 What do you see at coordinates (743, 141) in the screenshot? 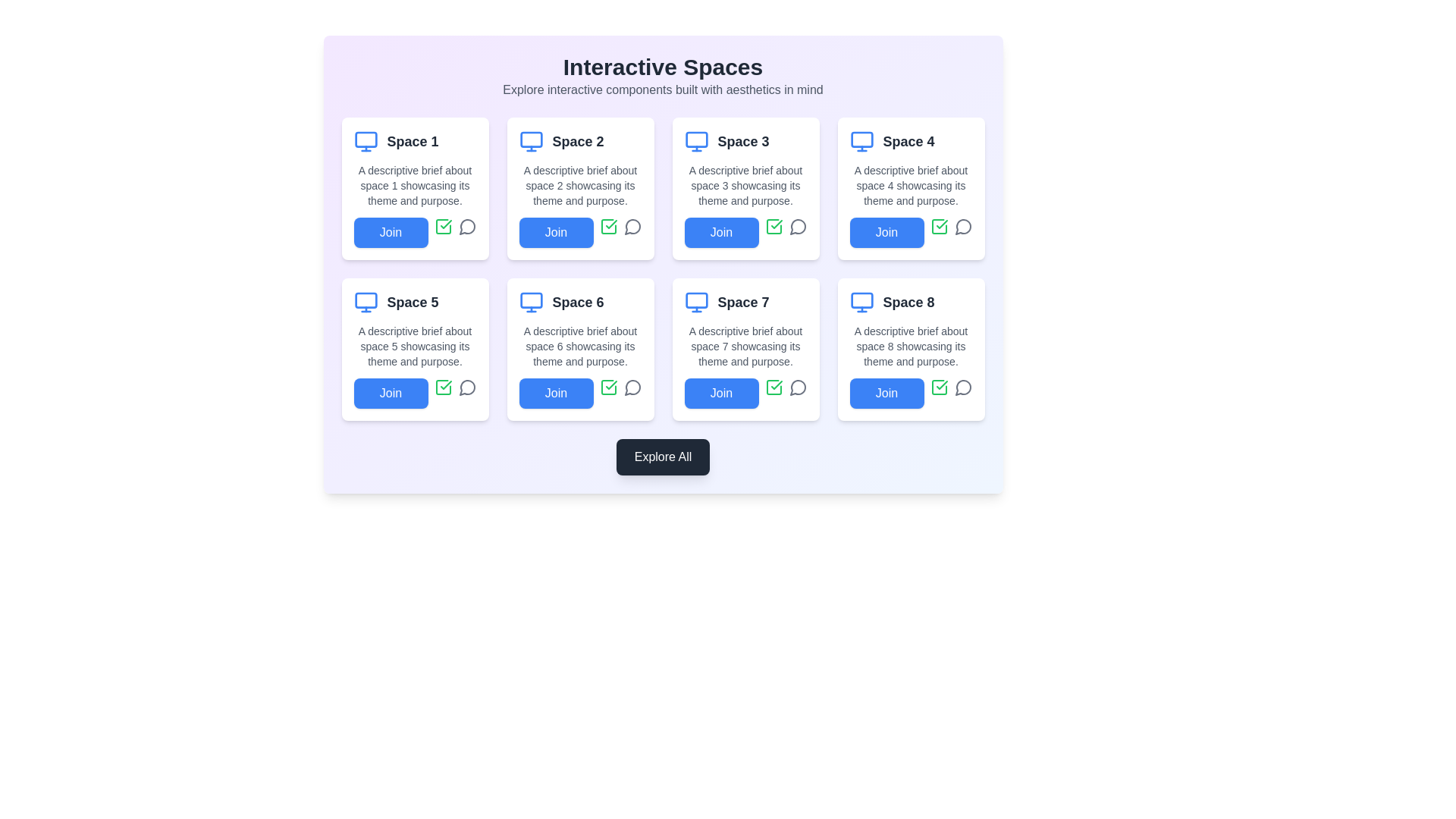
I see `the title label of the third card in the grid layout under the 'Interactive Spaces' section` at bounding box center [743, 141].